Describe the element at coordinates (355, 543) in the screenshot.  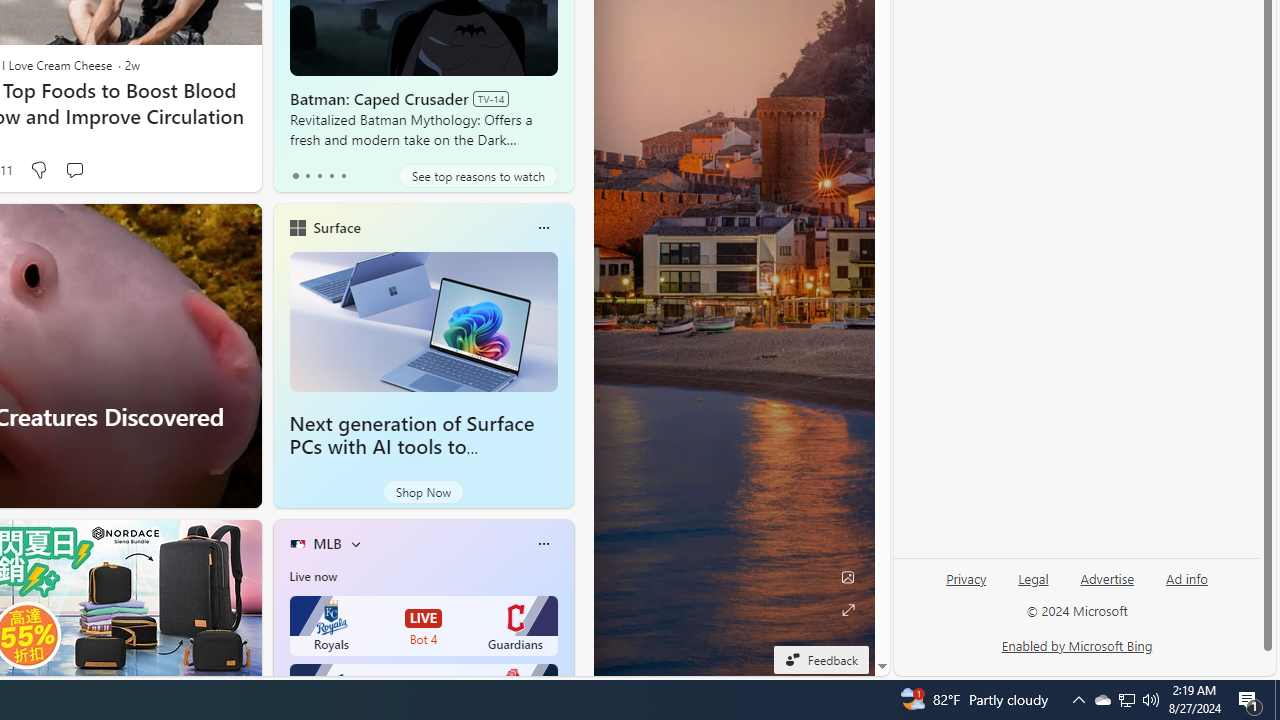
I see `'More interests'` at that location.